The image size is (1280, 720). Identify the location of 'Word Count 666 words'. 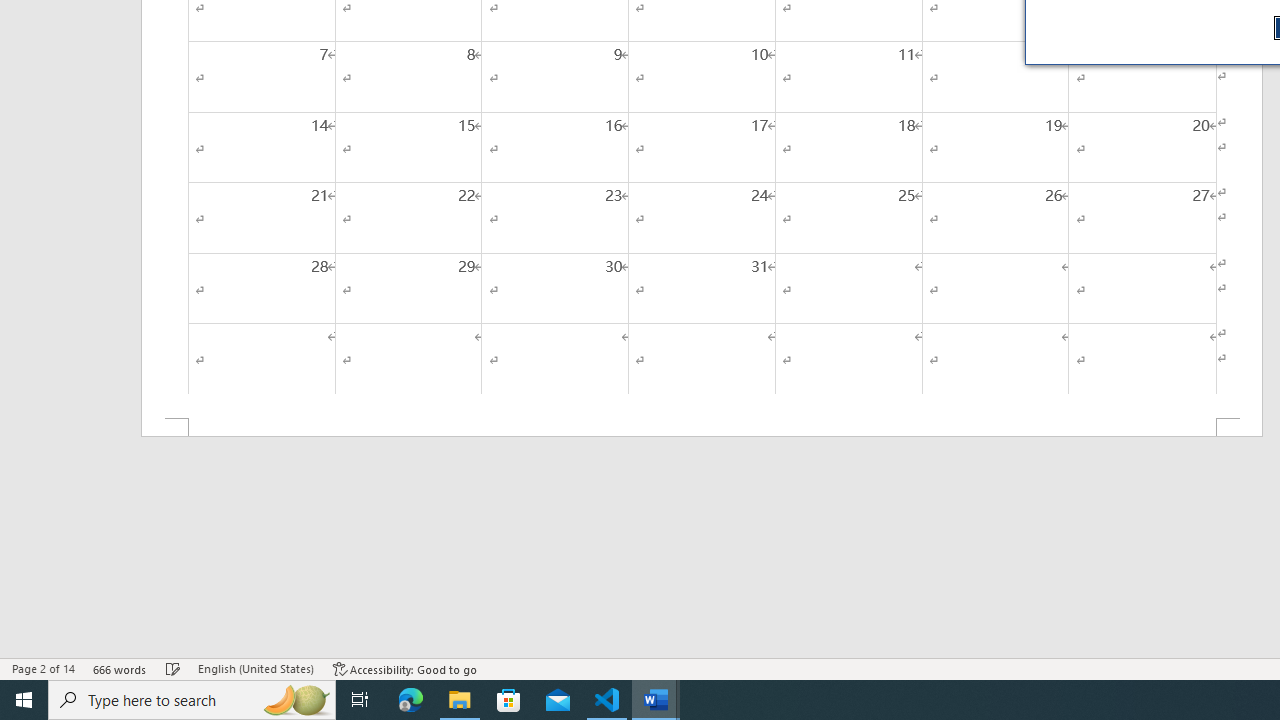
(119, 669).